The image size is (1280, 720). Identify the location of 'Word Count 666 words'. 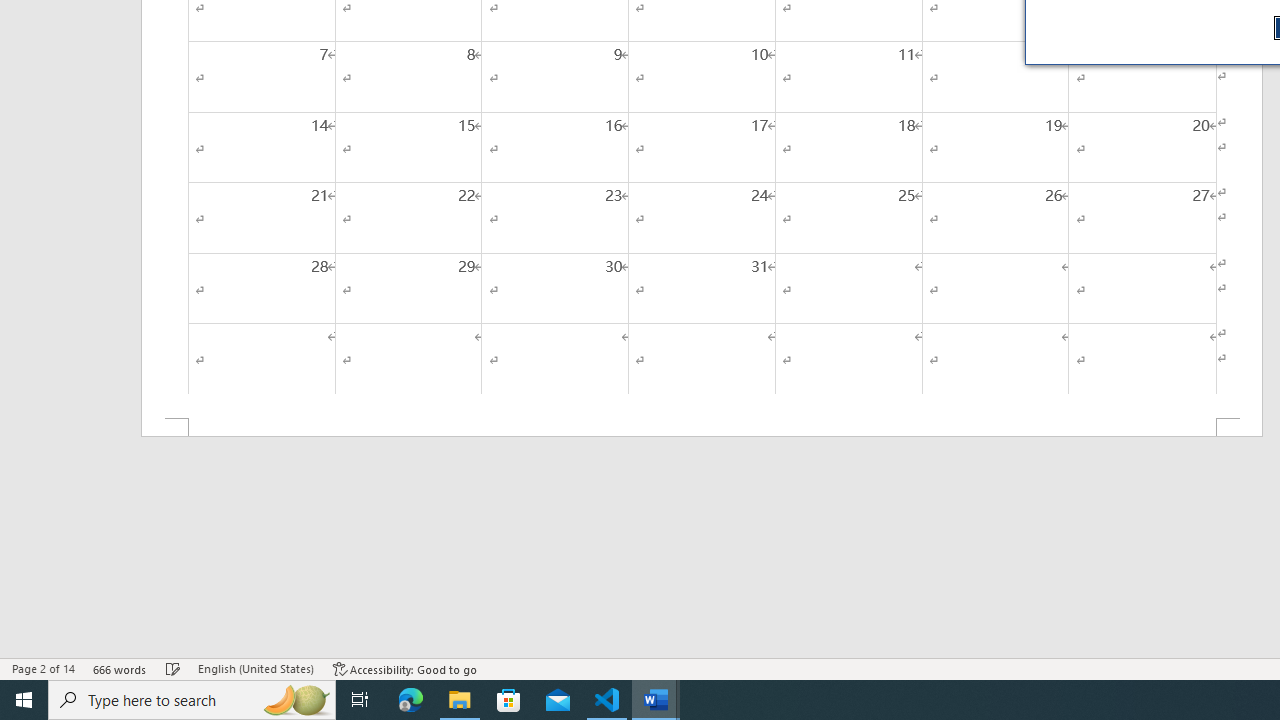
(119, 669).